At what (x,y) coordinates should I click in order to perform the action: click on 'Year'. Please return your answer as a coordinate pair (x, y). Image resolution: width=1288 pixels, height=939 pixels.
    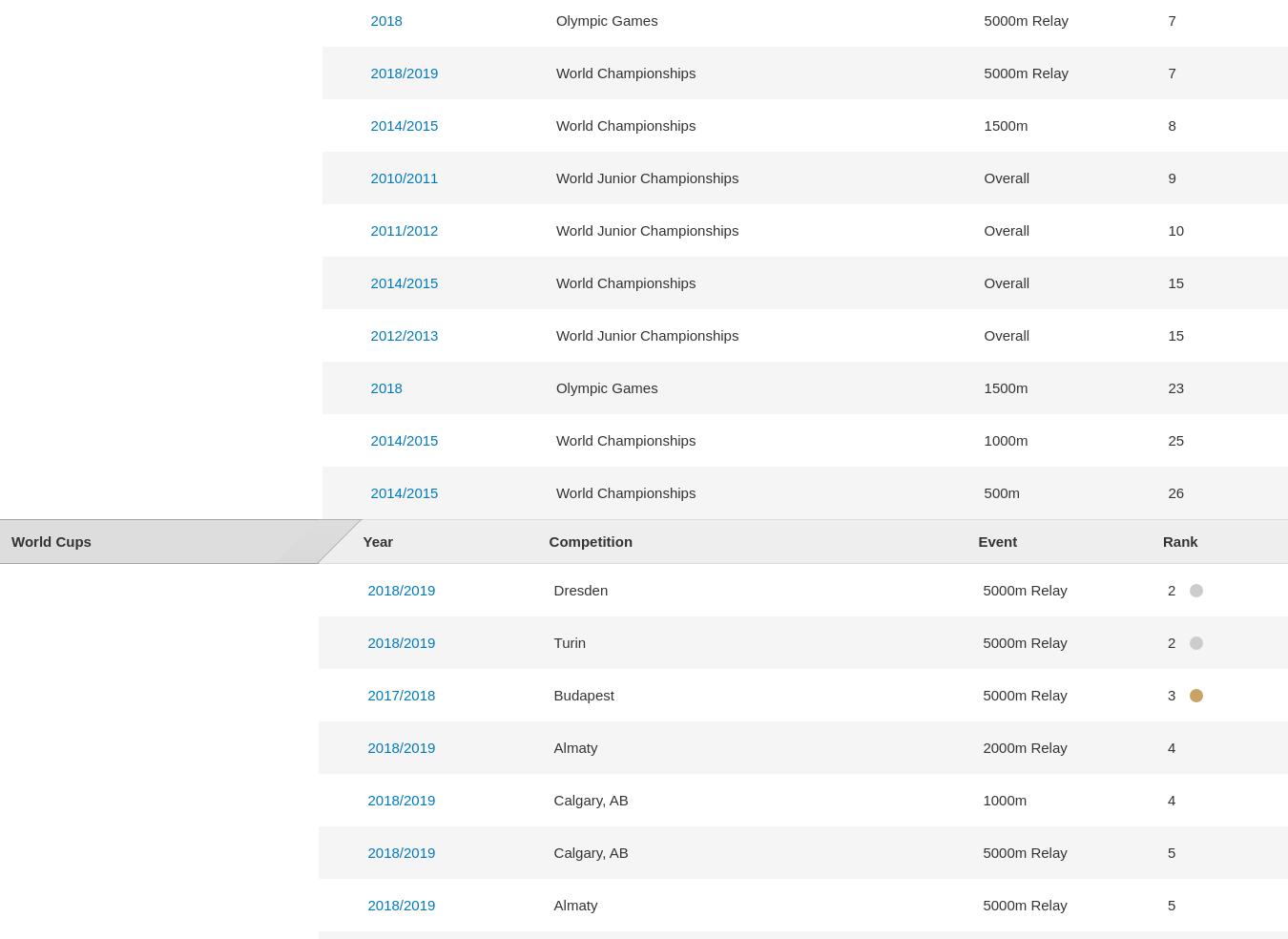
    Looking at the image, I should click on (377, 540).